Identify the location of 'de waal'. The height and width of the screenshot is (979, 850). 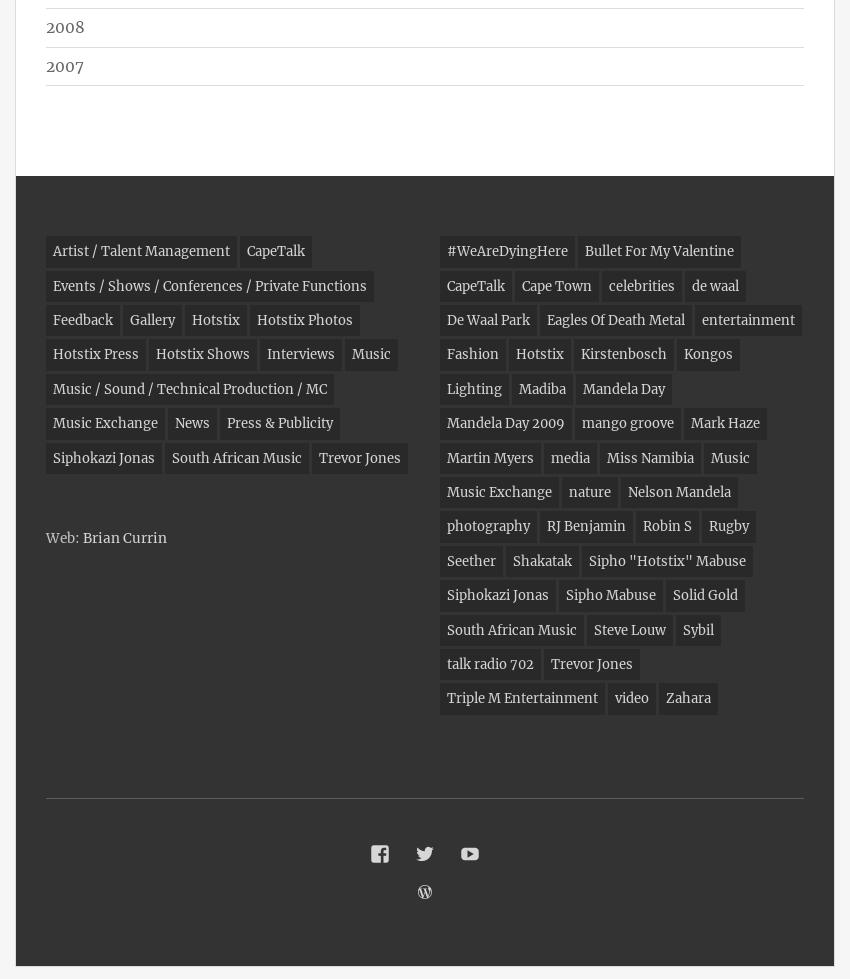
(690, 285).